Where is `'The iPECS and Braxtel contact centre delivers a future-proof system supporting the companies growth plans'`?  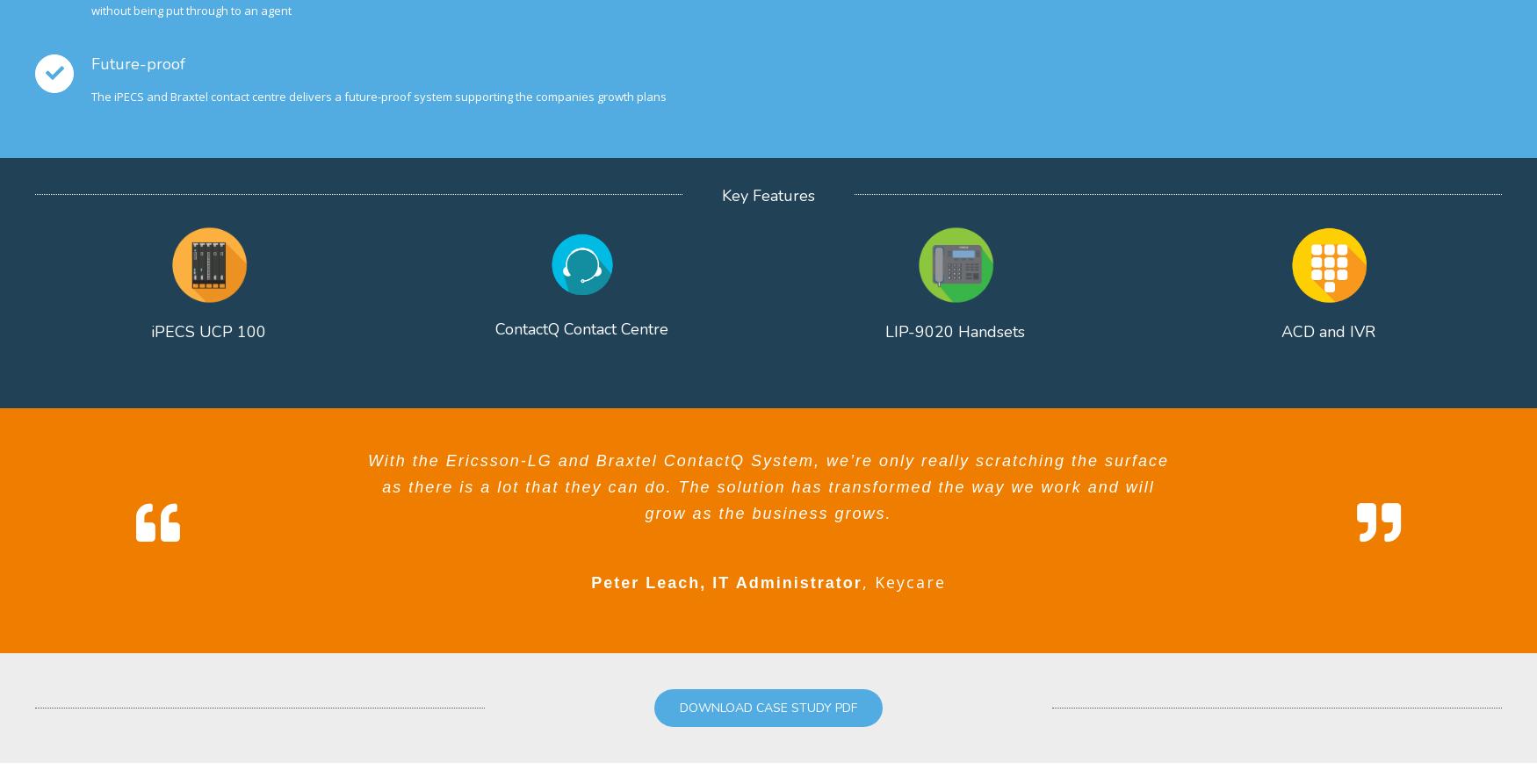 'The iPECS and Braxtel contact centre delivers a future-proof system supporting the companies growth plans' is located at coordinates (378, 97).